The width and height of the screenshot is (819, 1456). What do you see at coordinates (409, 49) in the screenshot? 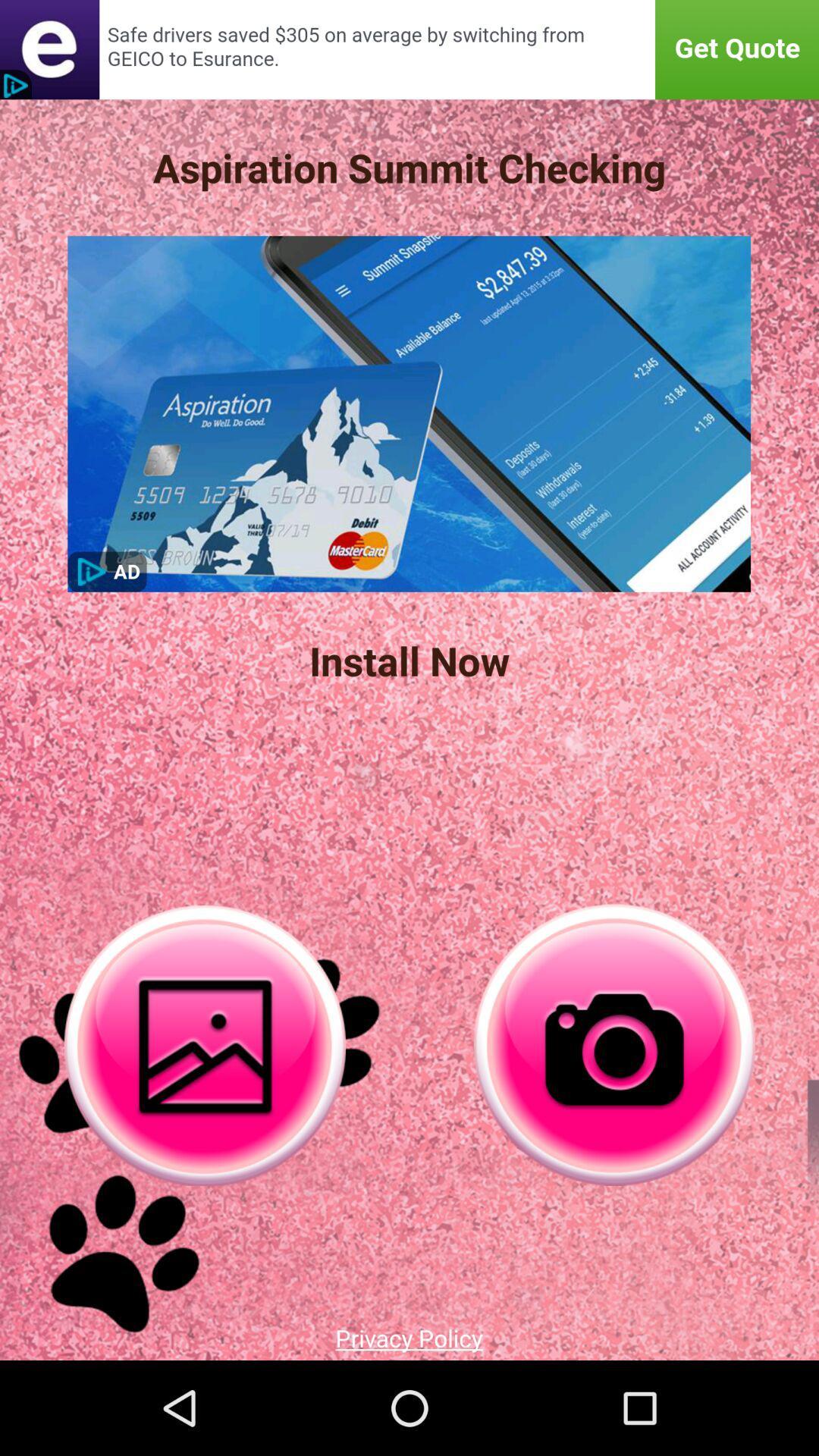
I see `type text box` at bounding box center [409, 49].